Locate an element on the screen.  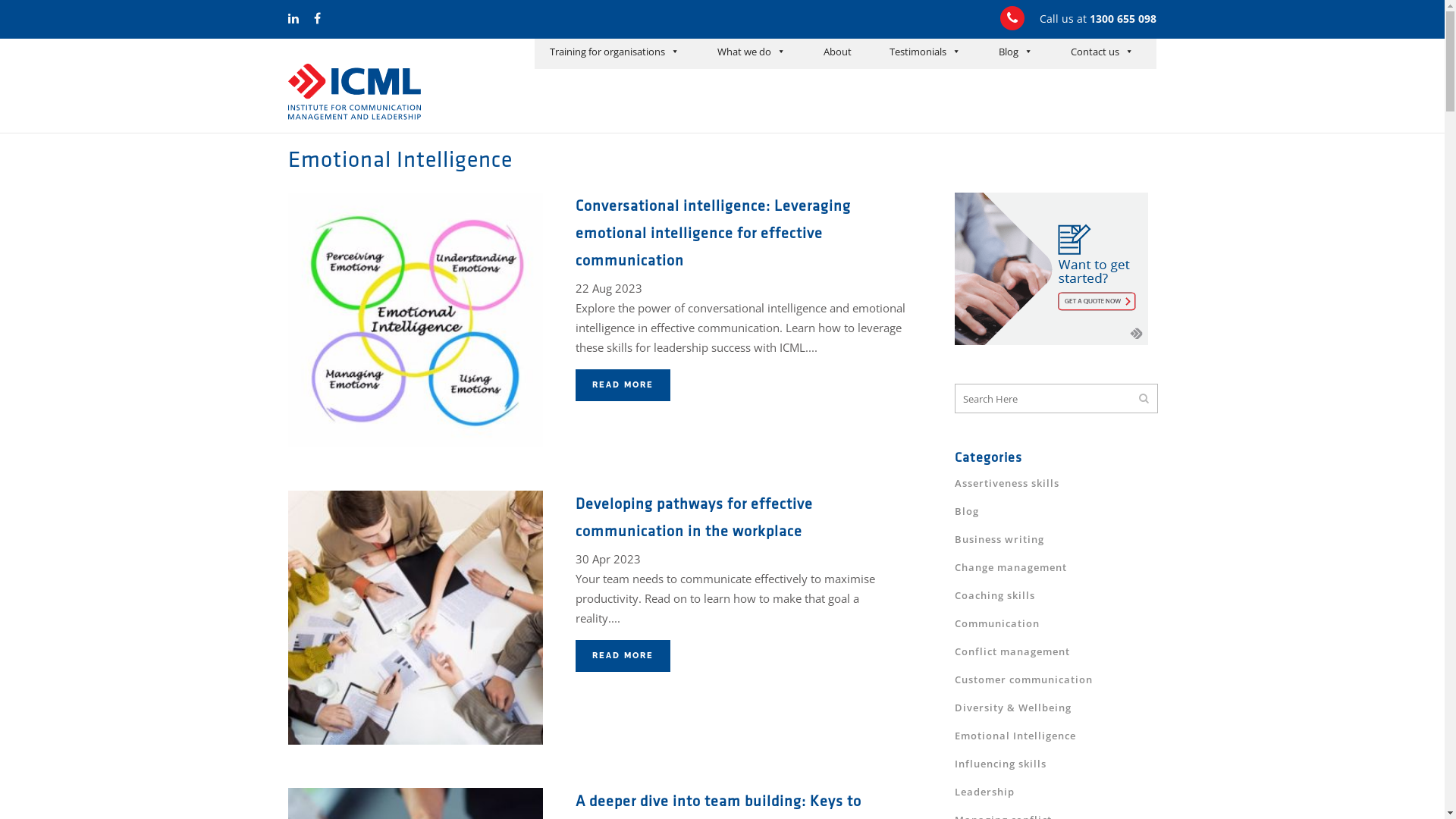
'Diversity & Wellbeing' is located at coordinates (1012, 708).